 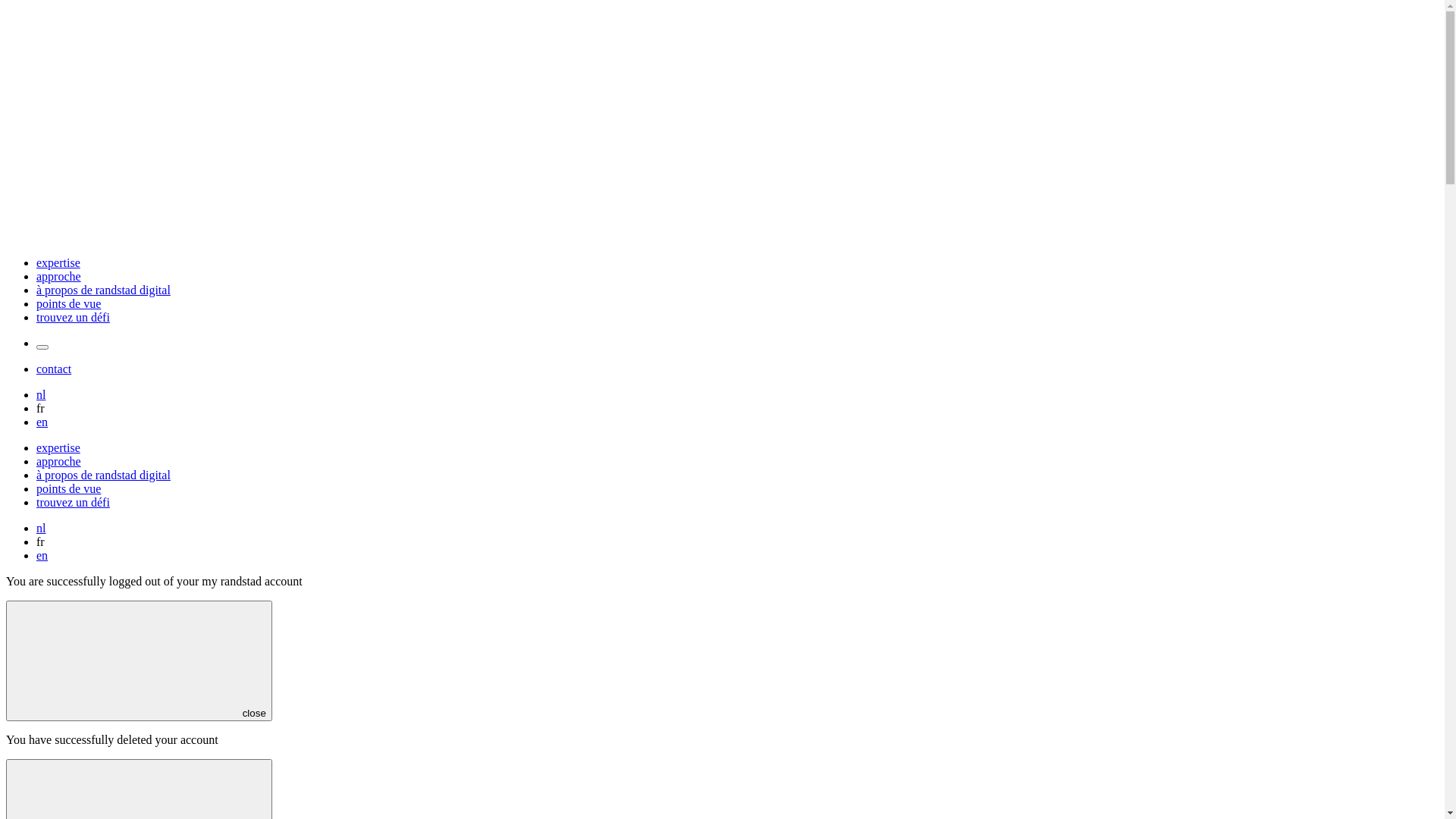 I want to click on 'expertise', so click(x=58, y=447).